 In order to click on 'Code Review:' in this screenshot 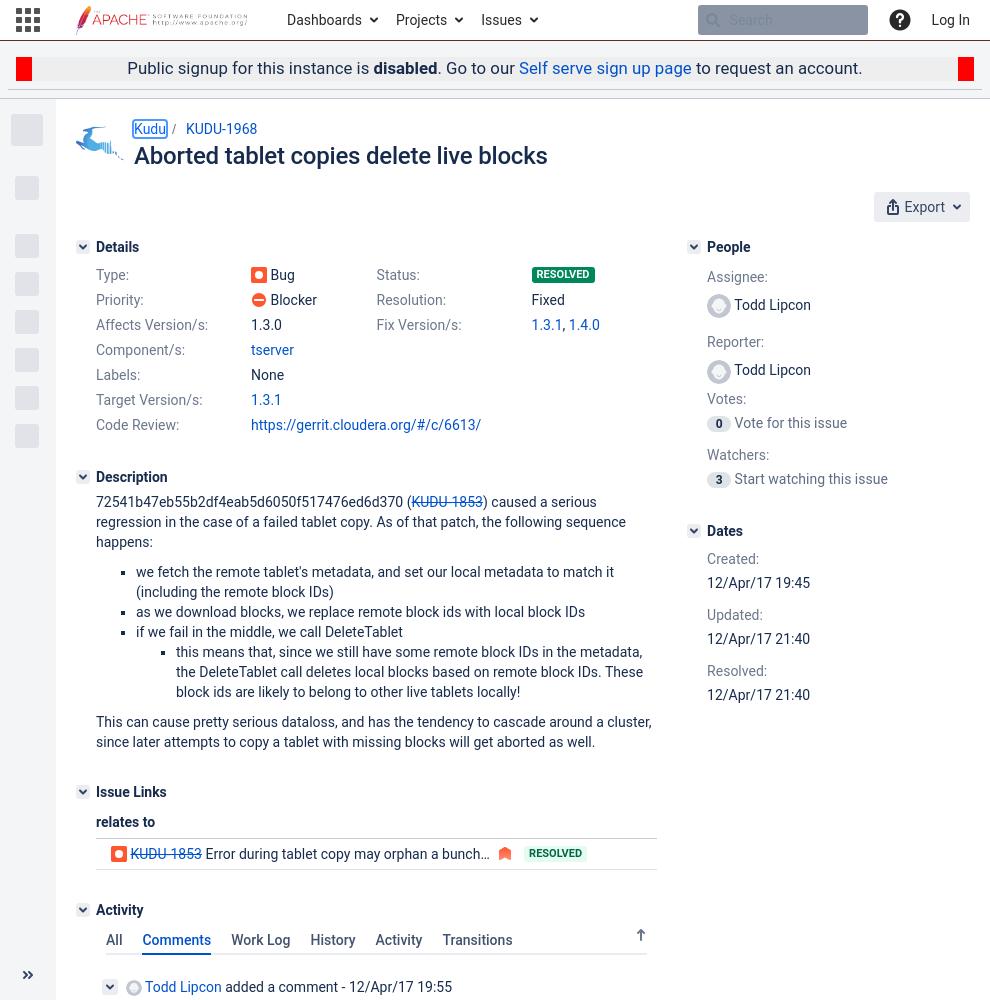, I will do `click(136, 424)`.